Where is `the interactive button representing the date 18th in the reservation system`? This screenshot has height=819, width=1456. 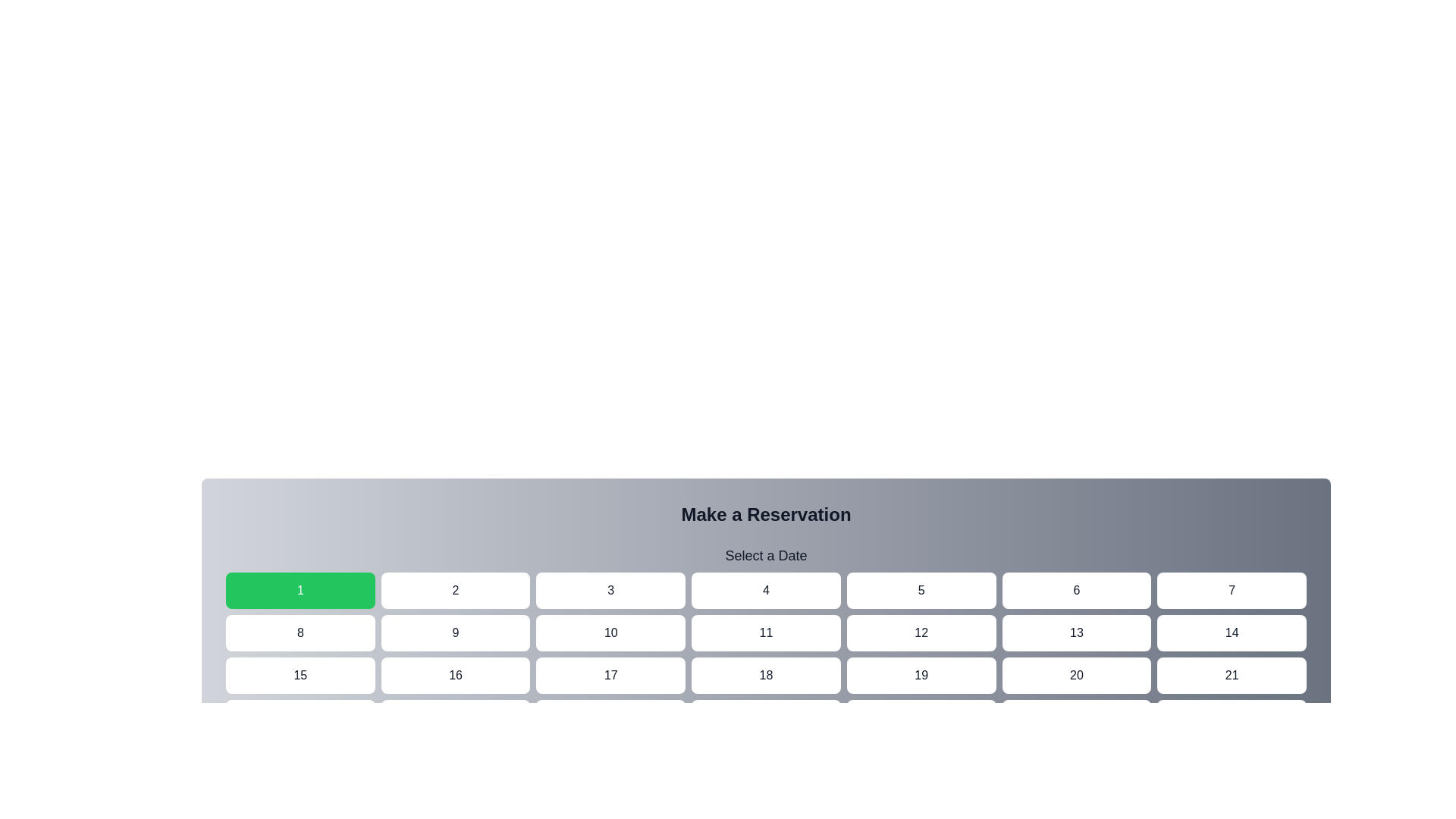
the interactive button representing the date 18th in the reservation system is located at coordinates (766, 675).